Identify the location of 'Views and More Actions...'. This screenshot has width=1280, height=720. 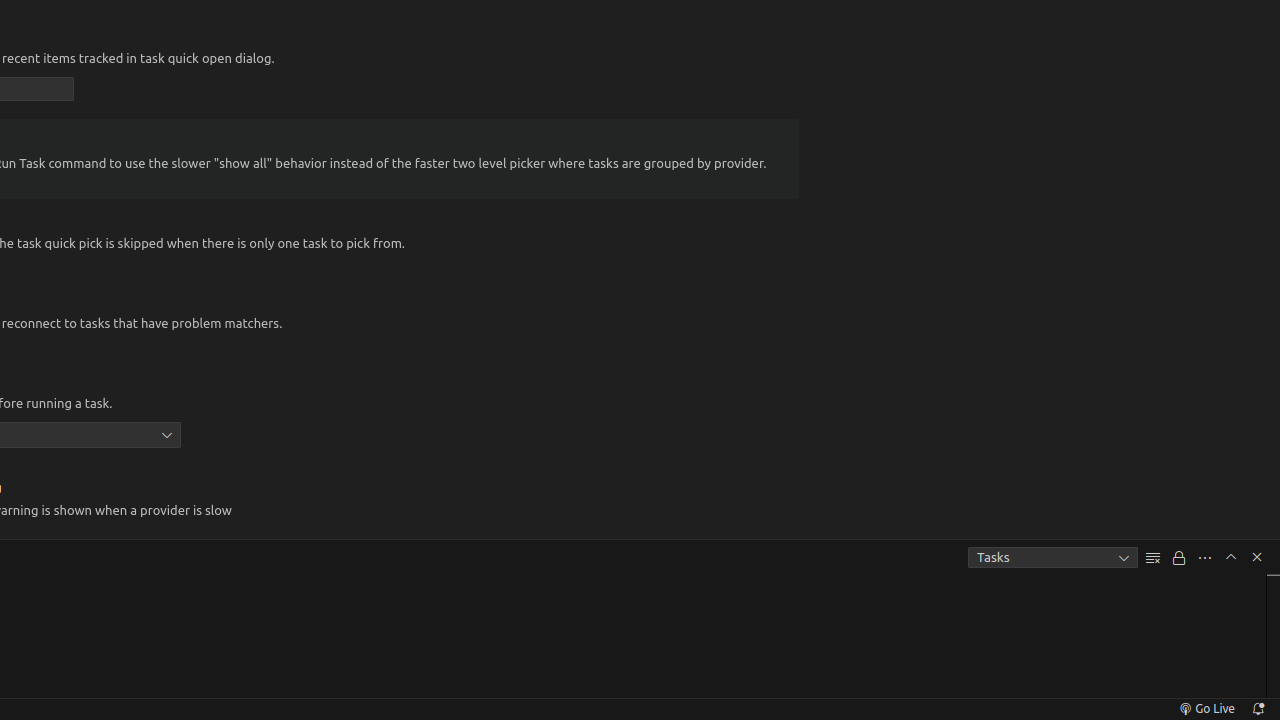
(1203, 557).